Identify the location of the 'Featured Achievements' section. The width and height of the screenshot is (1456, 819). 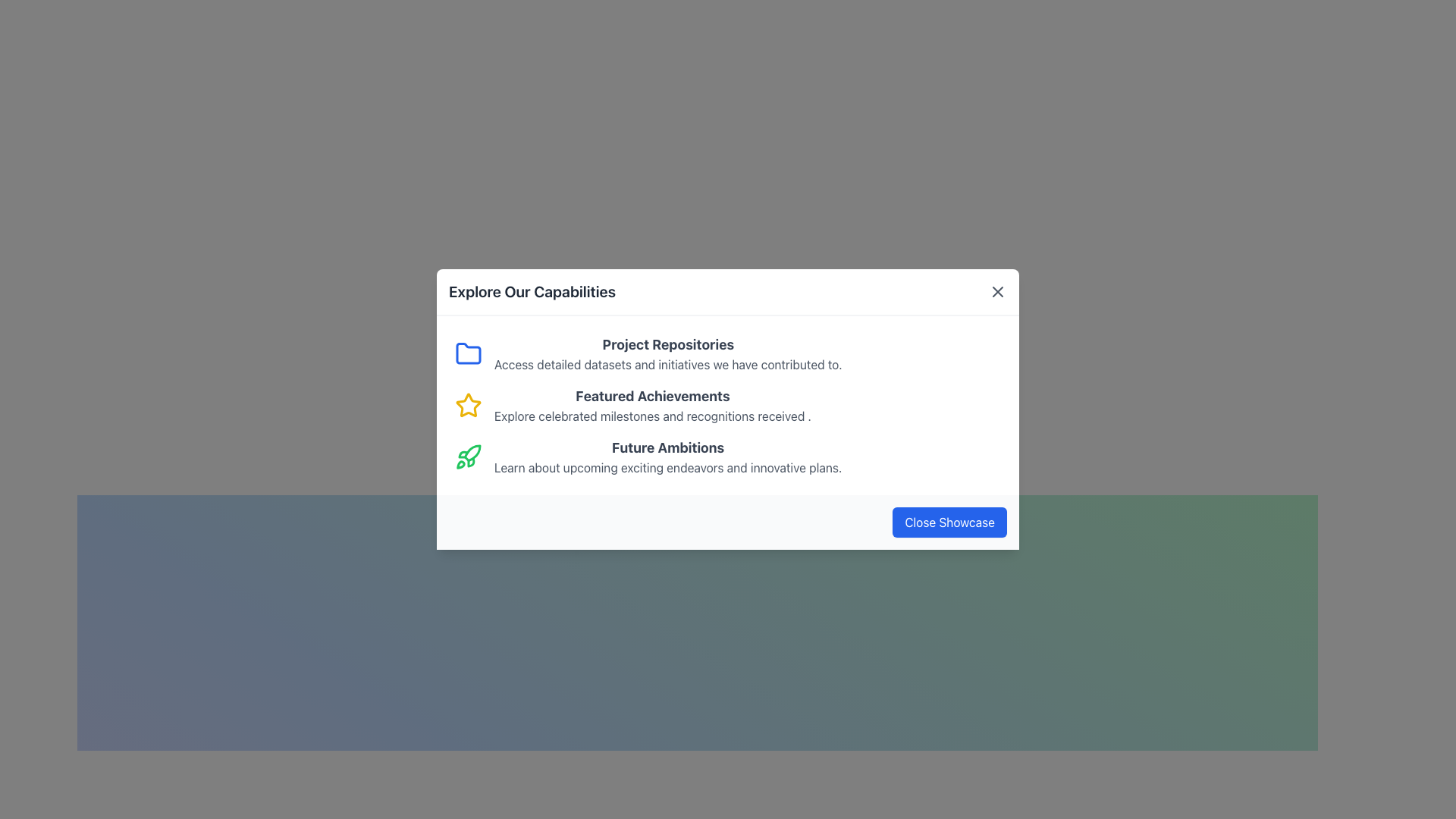
(728, 405).